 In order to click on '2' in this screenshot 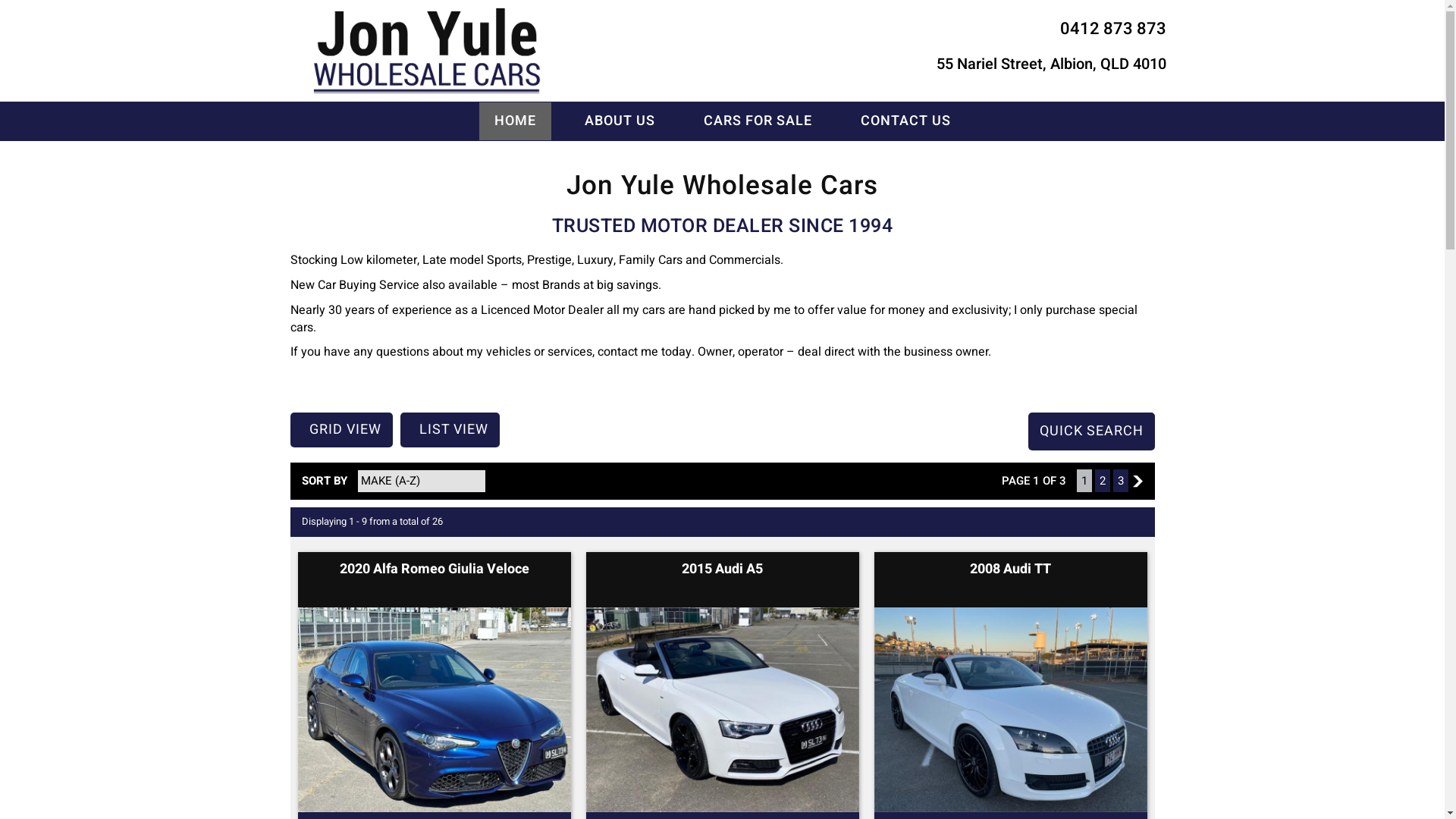, I will do `click(1103, 480)`.